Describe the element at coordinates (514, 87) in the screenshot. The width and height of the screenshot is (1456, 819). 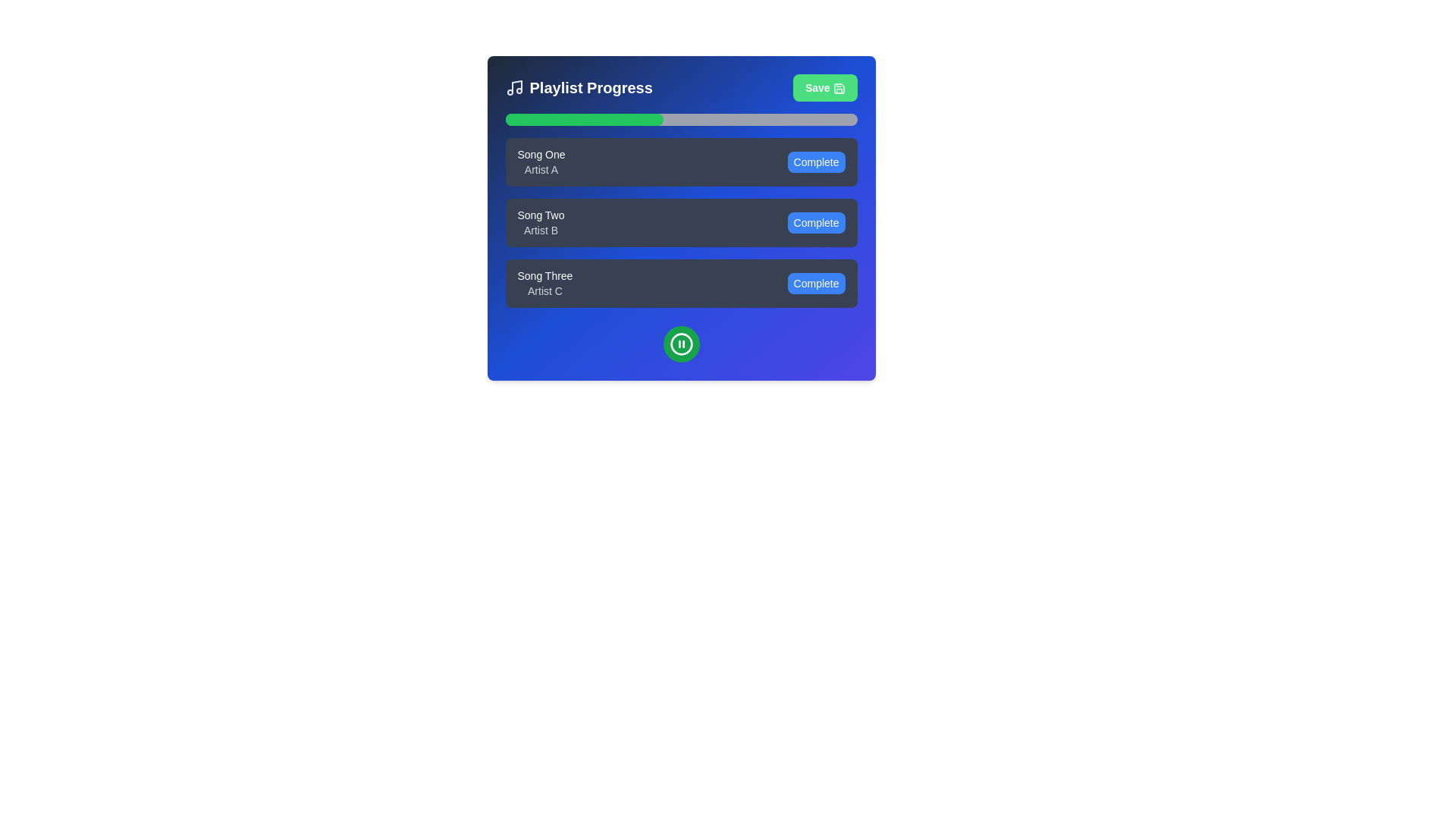
I see `the gray music notation icon located near the top-left corner of the 'Playlist Progress' section` at that location.